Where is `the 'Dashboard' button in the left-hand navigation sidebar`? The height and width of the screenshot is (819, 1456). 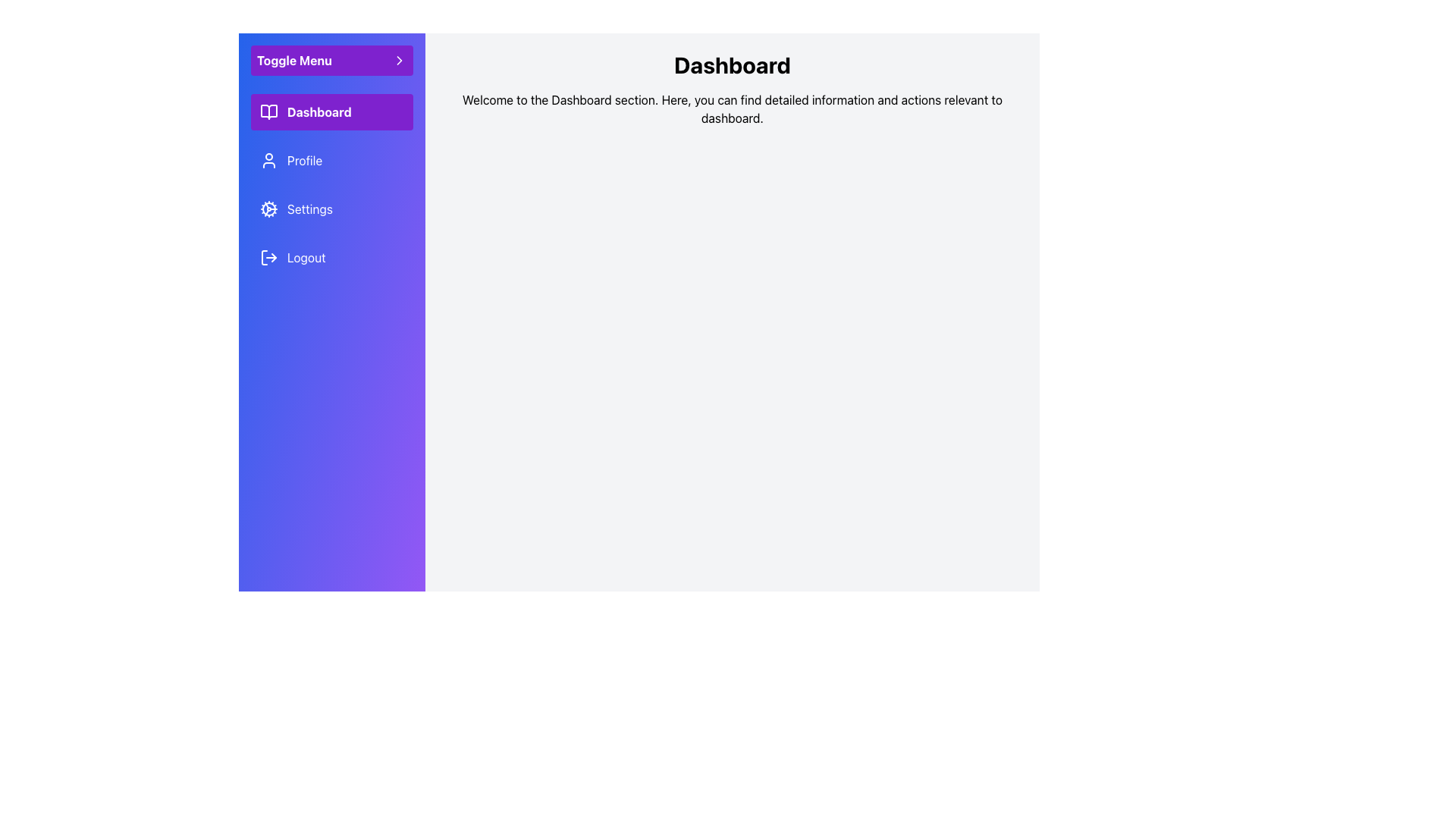
the 'Dashboard' button in the left-hand navigation sidebar is located at coordinates (331, 111).